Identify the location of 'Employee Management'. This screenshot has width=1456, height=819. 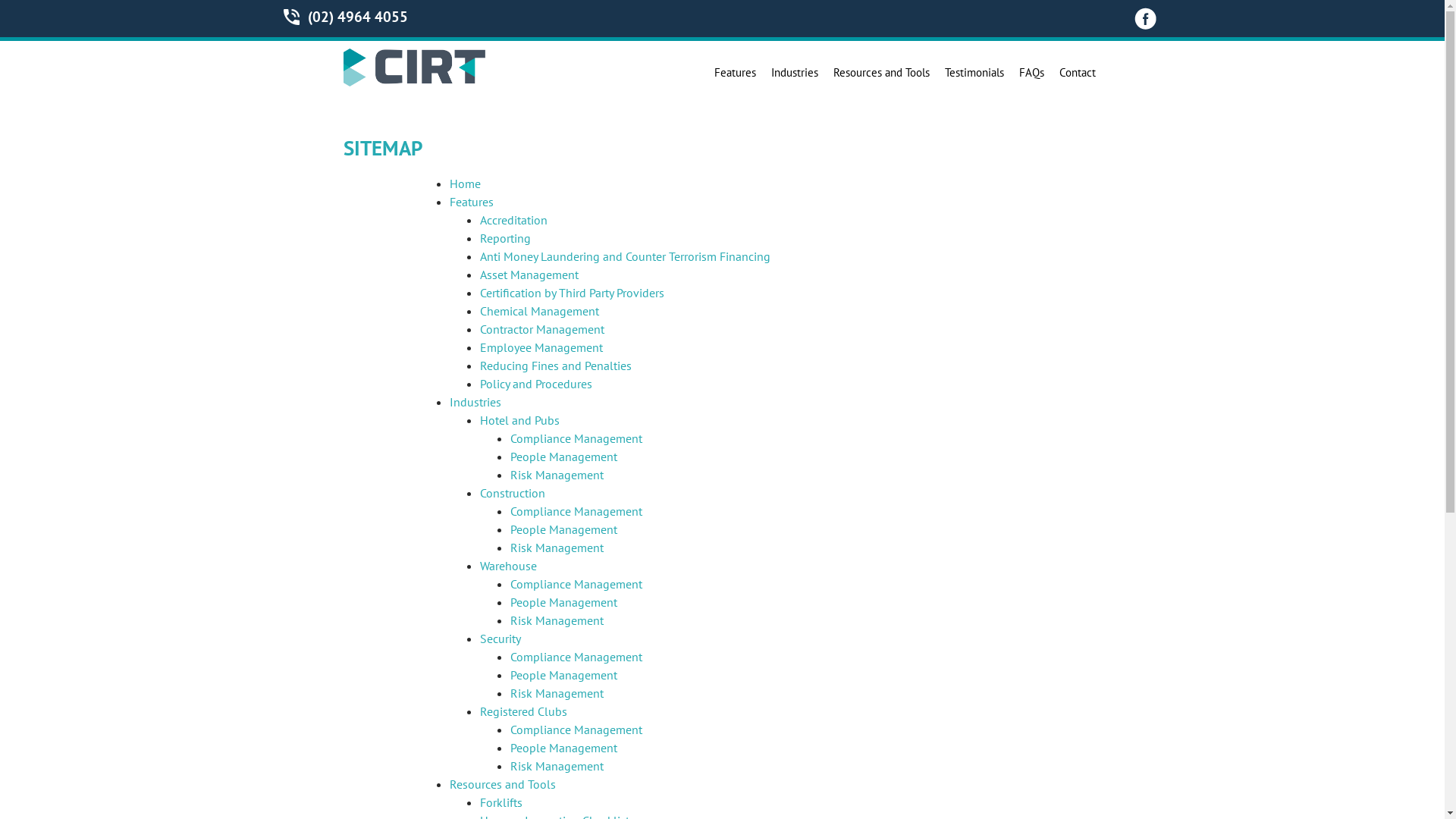
(479, 347).